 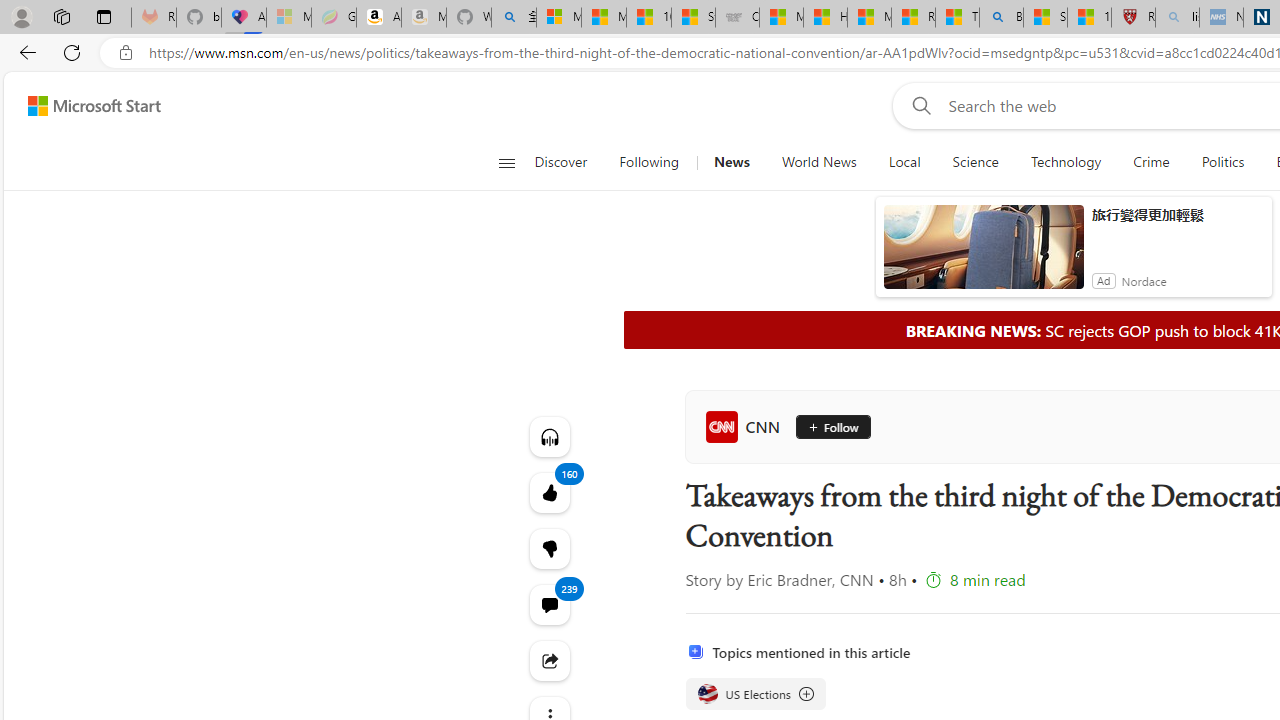 I want to click on 'View comments 239 Comment', so click(x=549, y=603).